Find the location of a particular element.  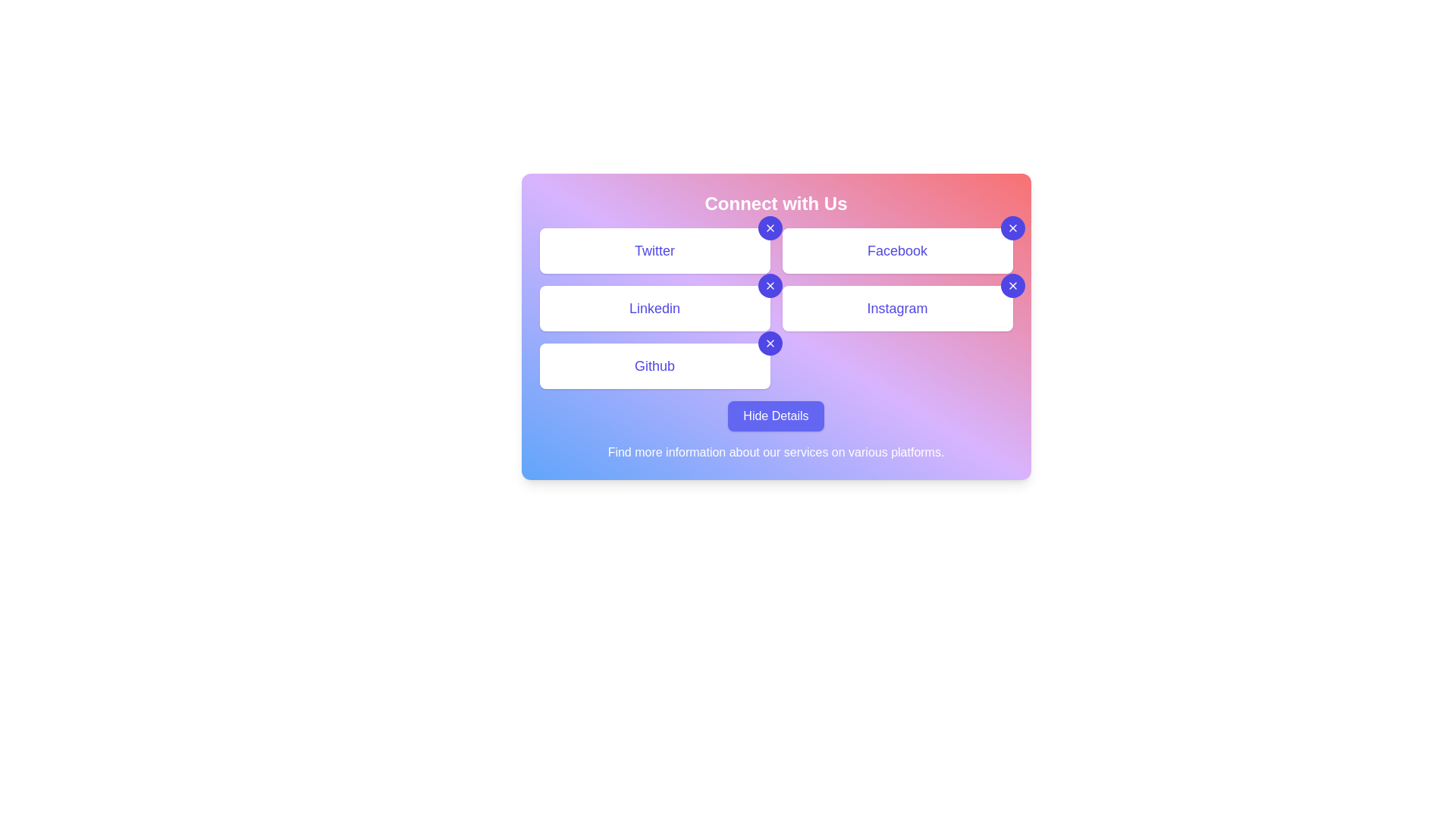

the close button located at the top-right corner of the 'Facebook' card is located at coordinates (1012, 227).